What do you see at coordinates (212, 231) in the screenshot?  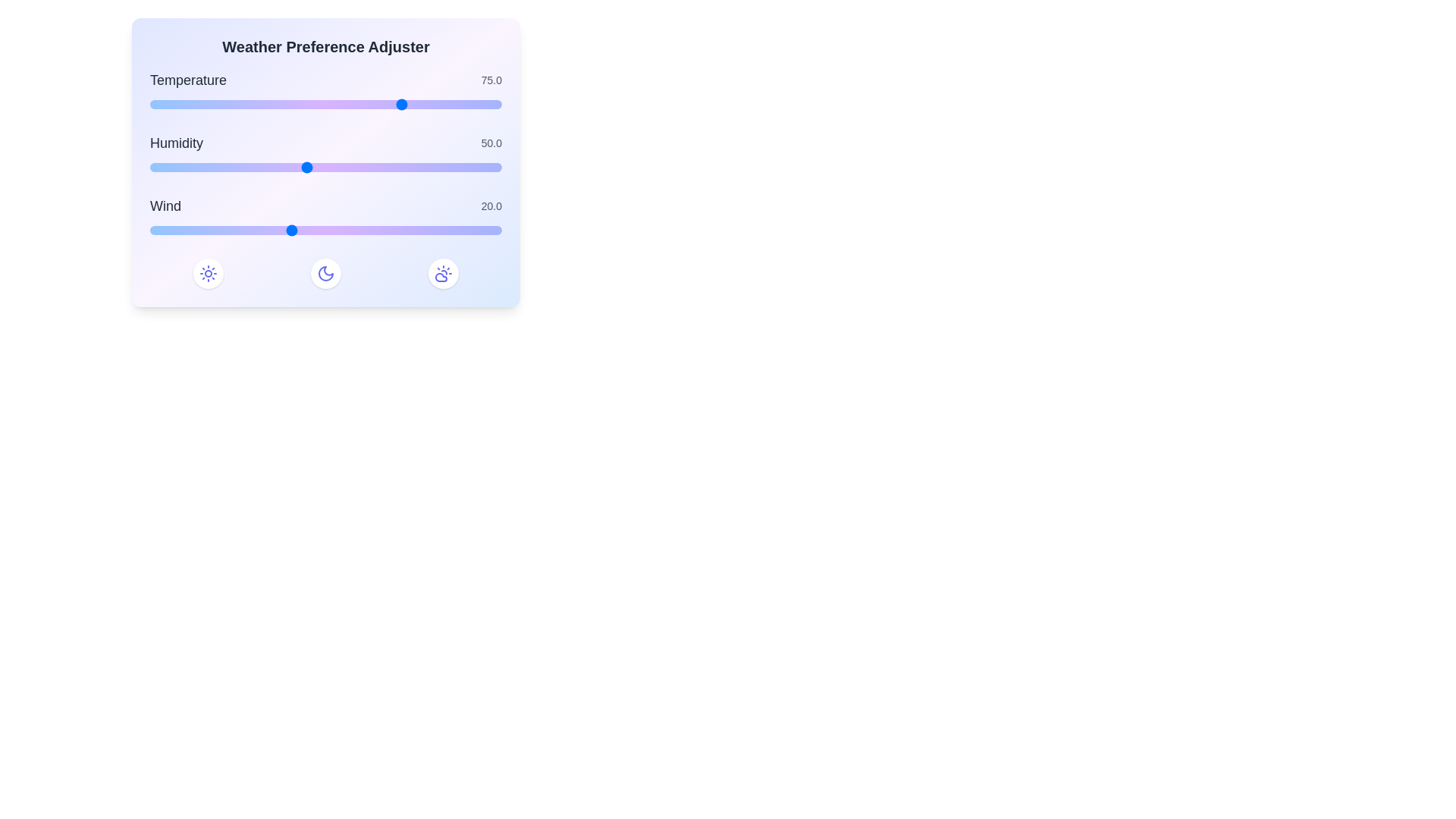 I see `wind value` at bounding box center [212, 231].